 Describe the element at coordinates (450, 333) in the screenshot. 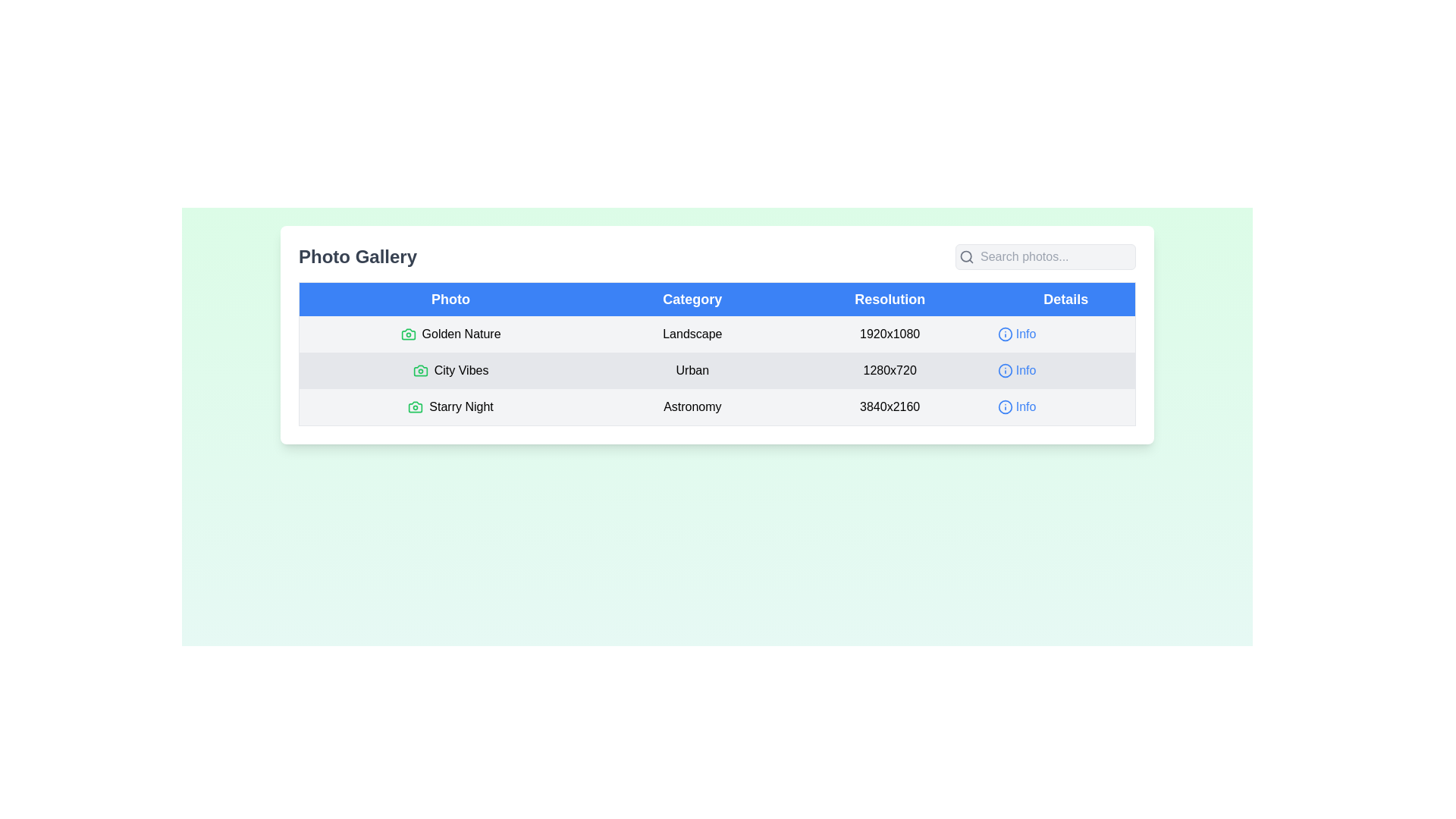

I see `the 'Golden Nature' text with the green camera icon in the first row of the 'Photo' column` at that location.